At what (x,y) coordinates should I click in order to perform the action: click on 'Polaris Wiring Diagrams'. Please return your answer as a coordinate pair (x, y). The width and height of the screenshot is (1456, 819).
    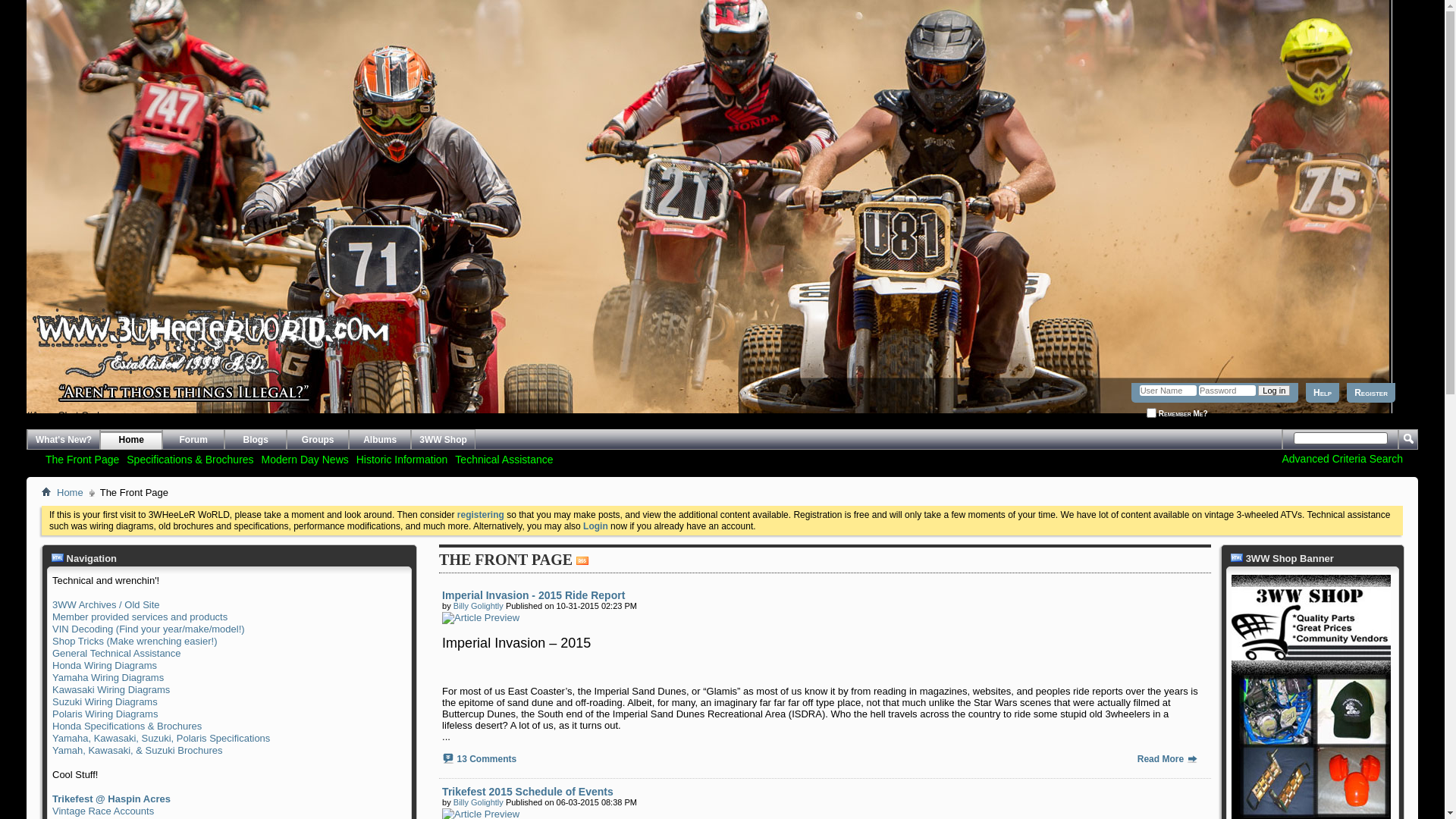
    Looking at the image, I should click on (104, 714).